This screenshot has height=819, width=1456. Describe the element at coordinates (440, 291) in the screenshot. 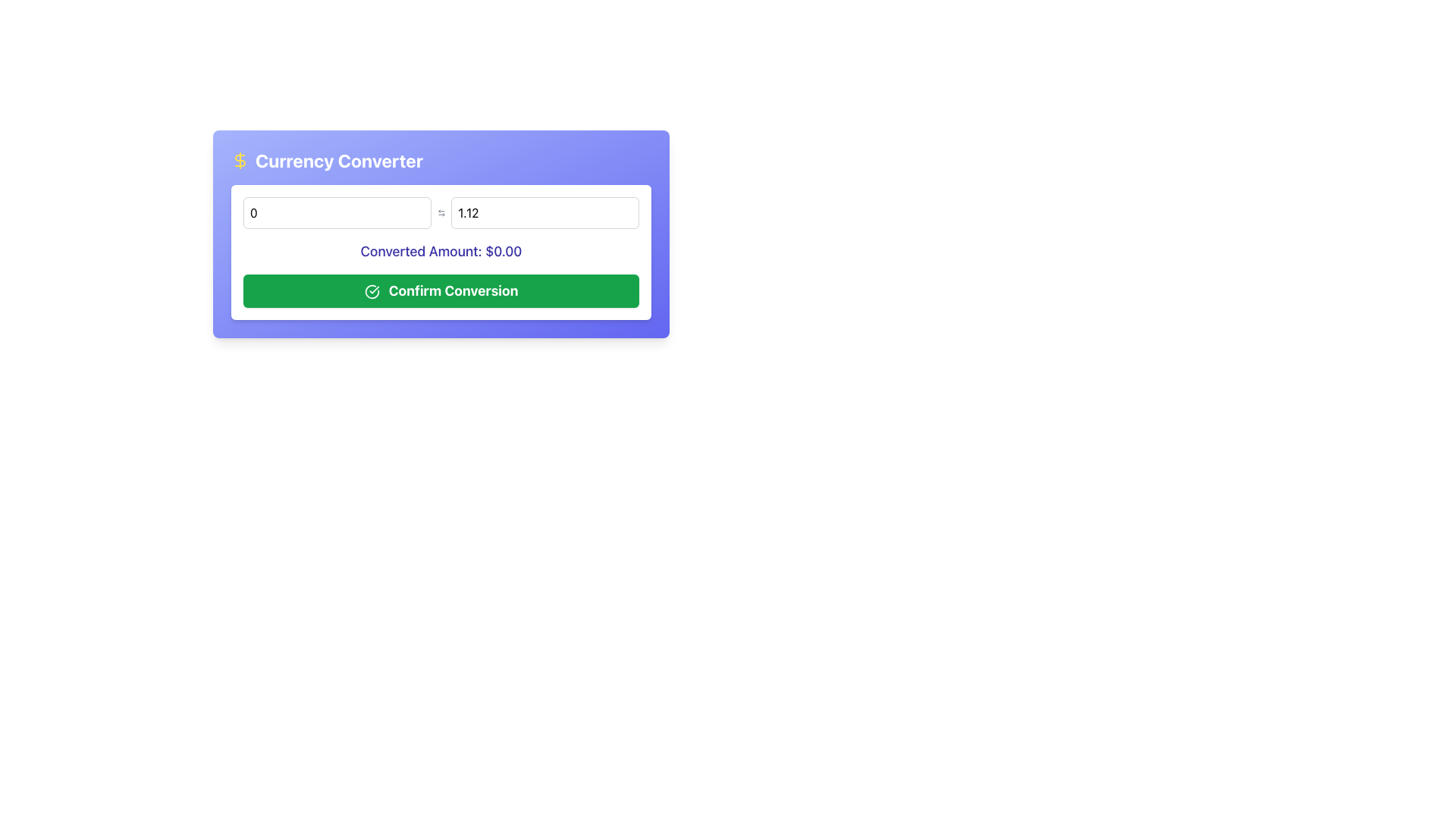

I see `the green 'Confirm Conversion' button with rounded corners that has white text and a checkmark icon` at that location.